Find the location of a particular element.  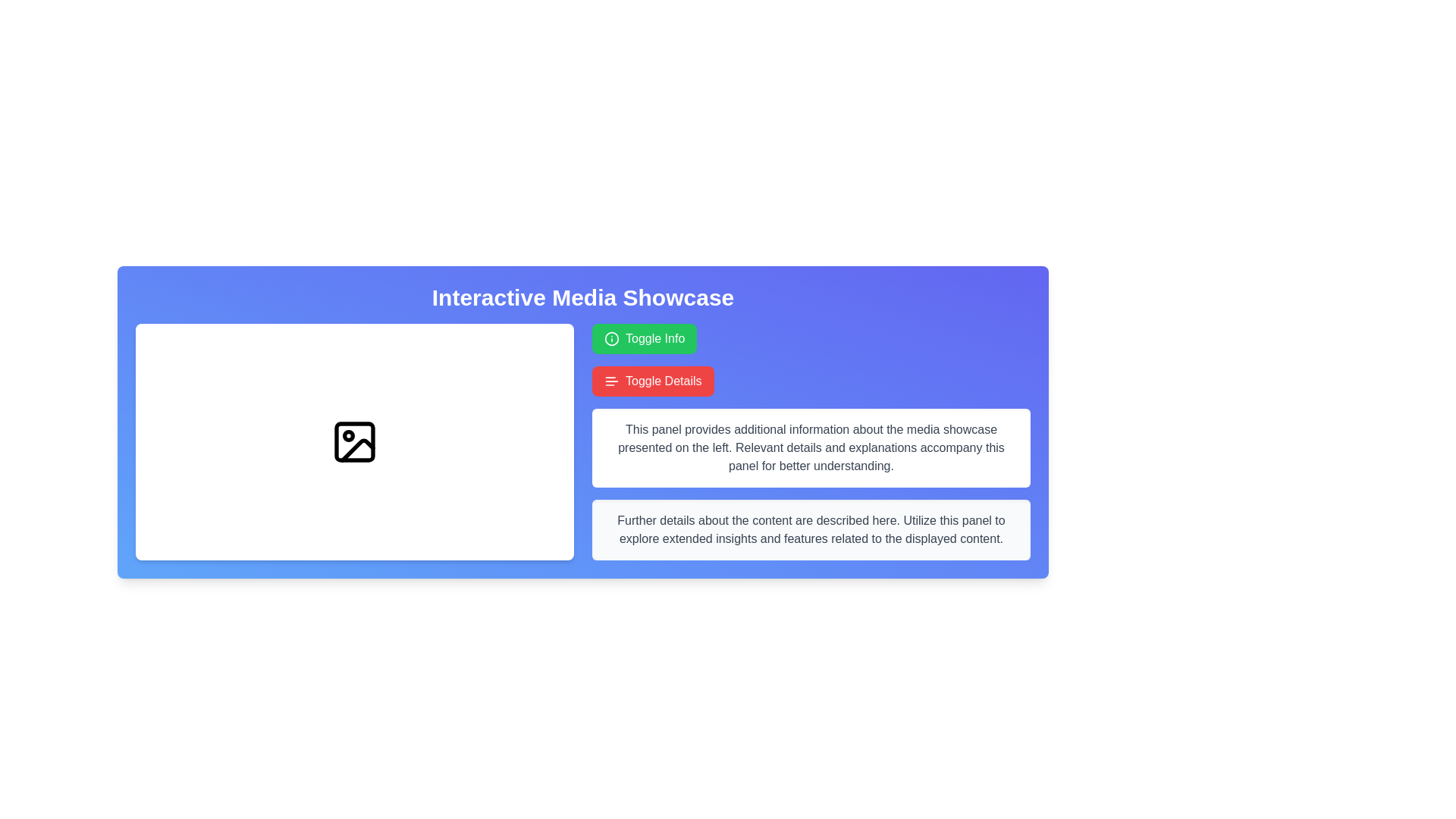

information provided in the text block located near the center-right portion of the interface is located at coordinates (811, 447).